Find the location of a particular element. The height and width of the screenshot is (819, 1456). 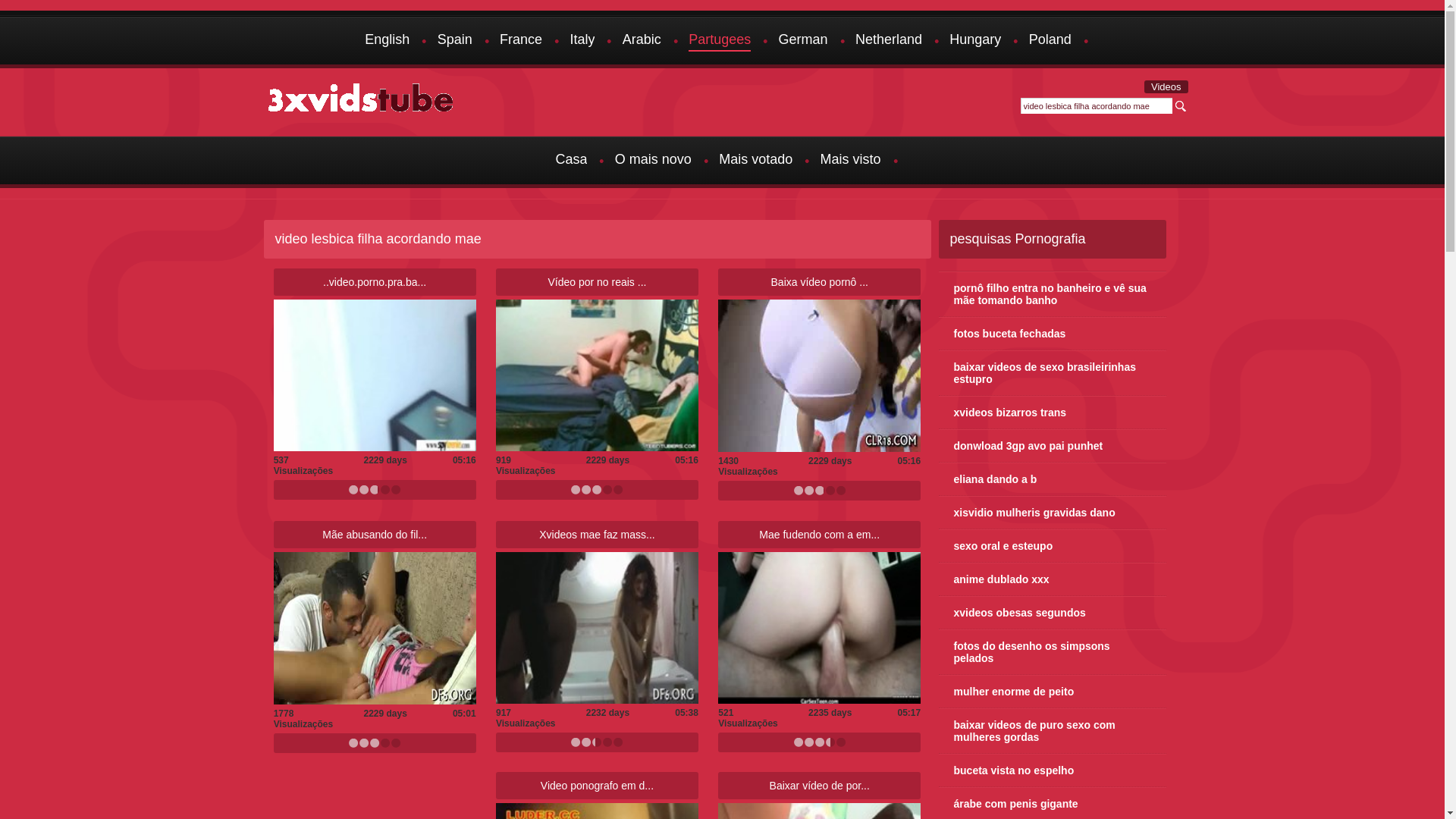

'mulher enorme de peito' is located at coordinates (1051, 691).